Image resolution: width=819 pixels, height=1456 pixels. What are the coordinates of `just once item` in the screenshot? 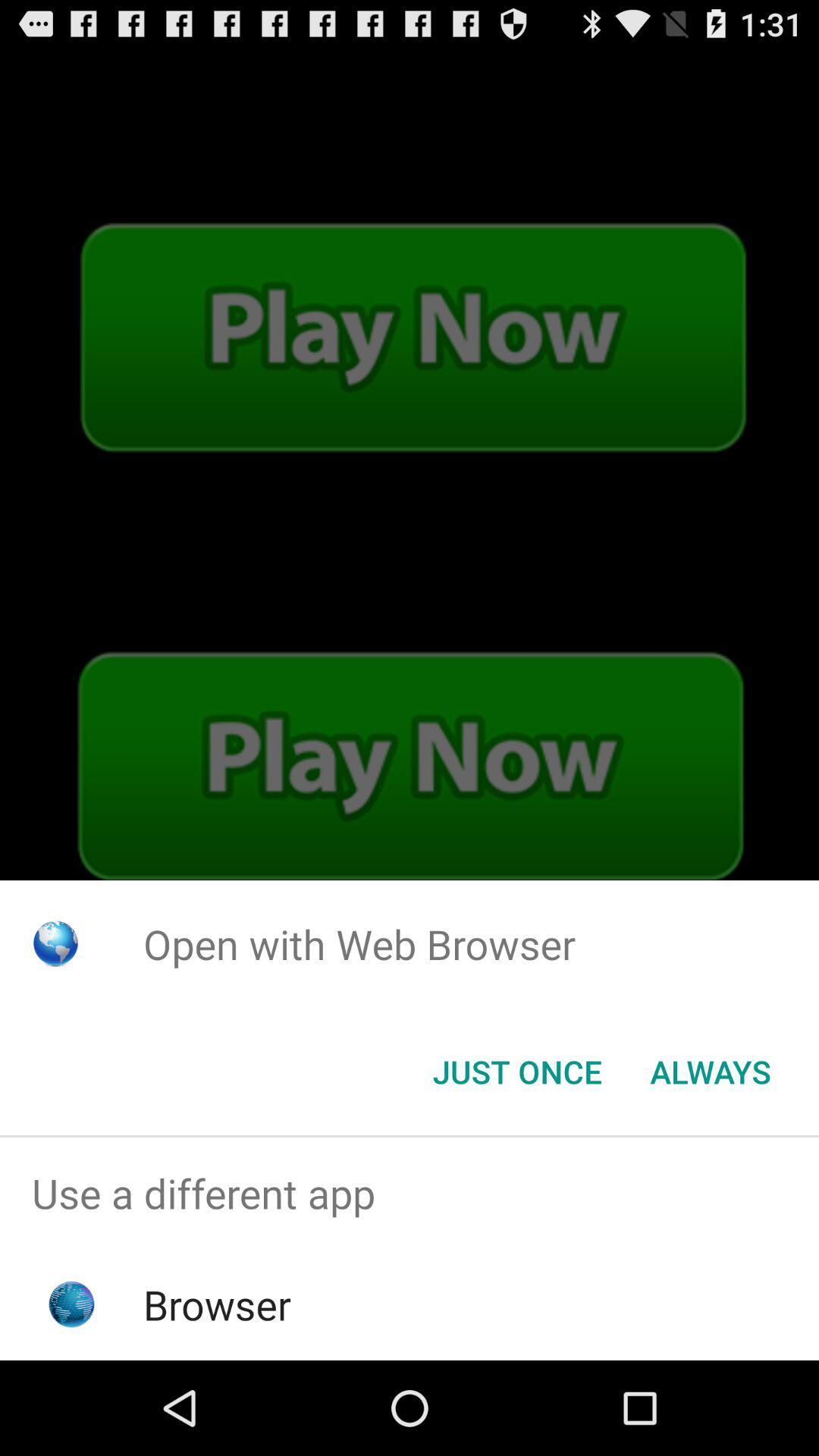 It's located at (516, 1070).